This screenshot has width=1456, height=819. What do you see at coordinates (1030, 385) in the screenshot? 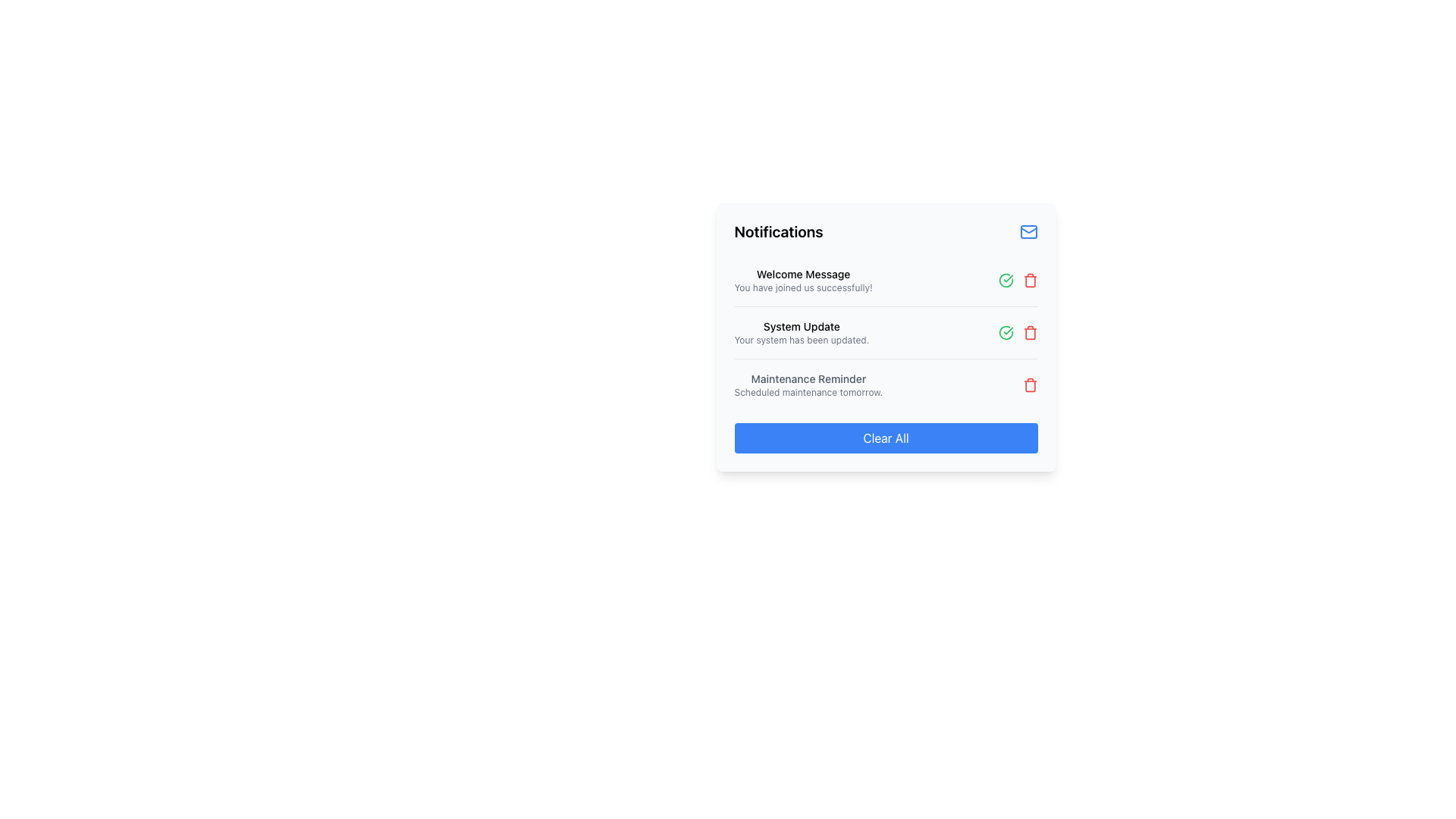
I see `the trash can icon representing the delete action in the notification interface` at bounding box center [1030, 385].